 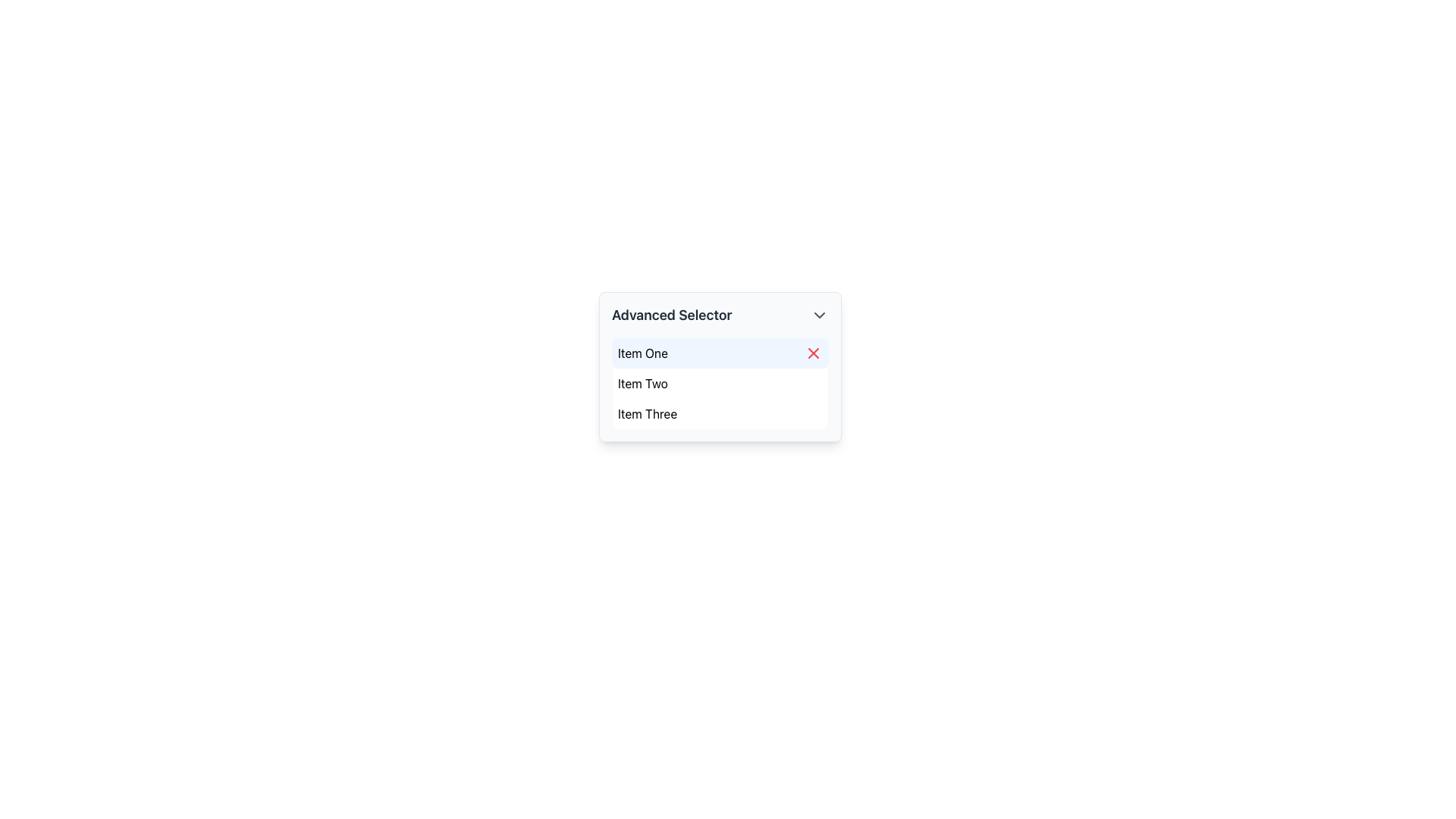 I want to click on the 'Advanced Selector' text label, which is a bold dark gray label located at the top of the dropdown interface, aligned with the toggle icon, so click(x=671, y=315).